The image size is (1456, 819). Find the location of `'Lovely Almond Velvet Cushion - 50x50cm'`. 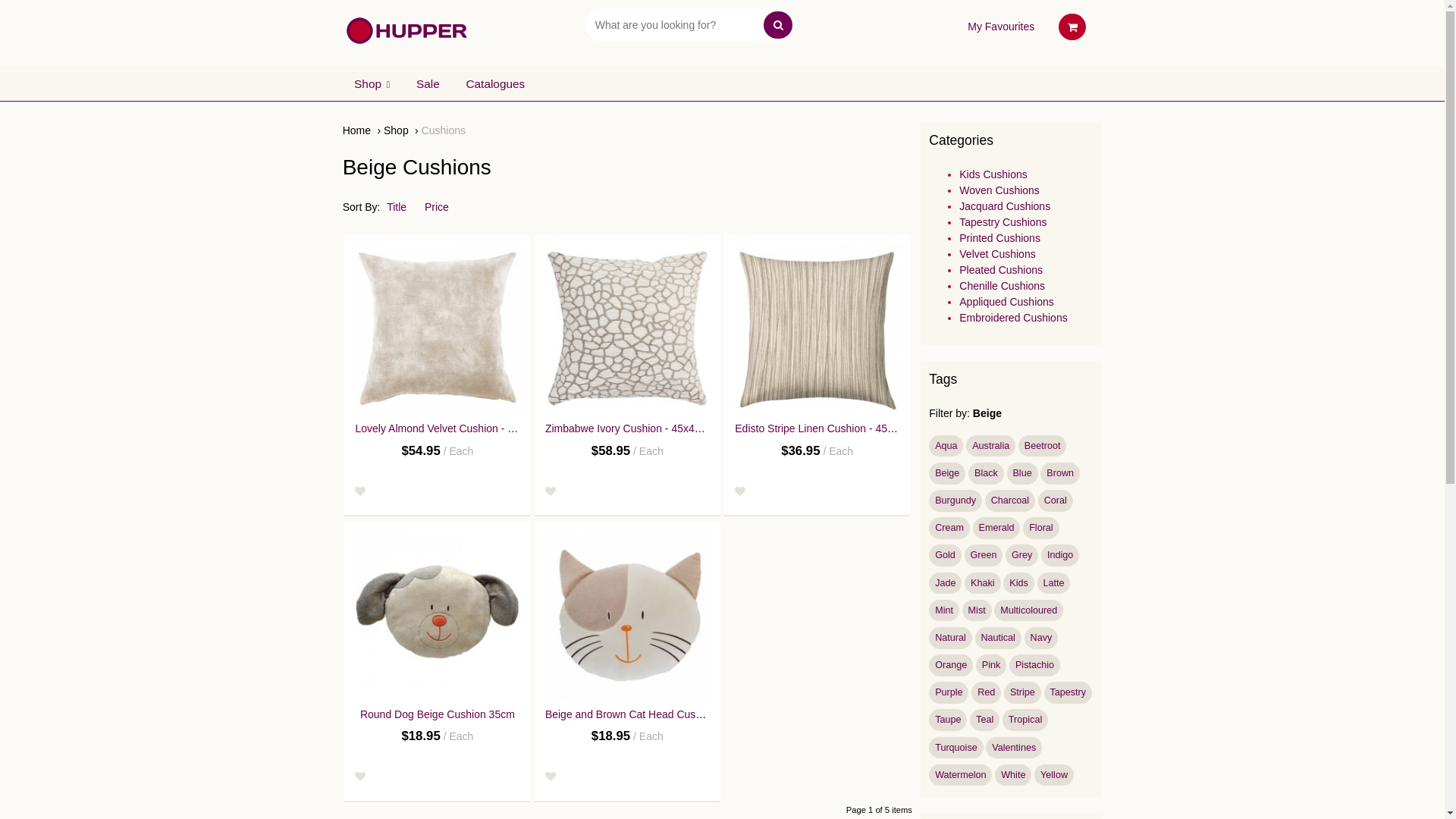

'Lovely Almond Velvet Cushion - 50x50cm' is located at coordinates (436, 327).